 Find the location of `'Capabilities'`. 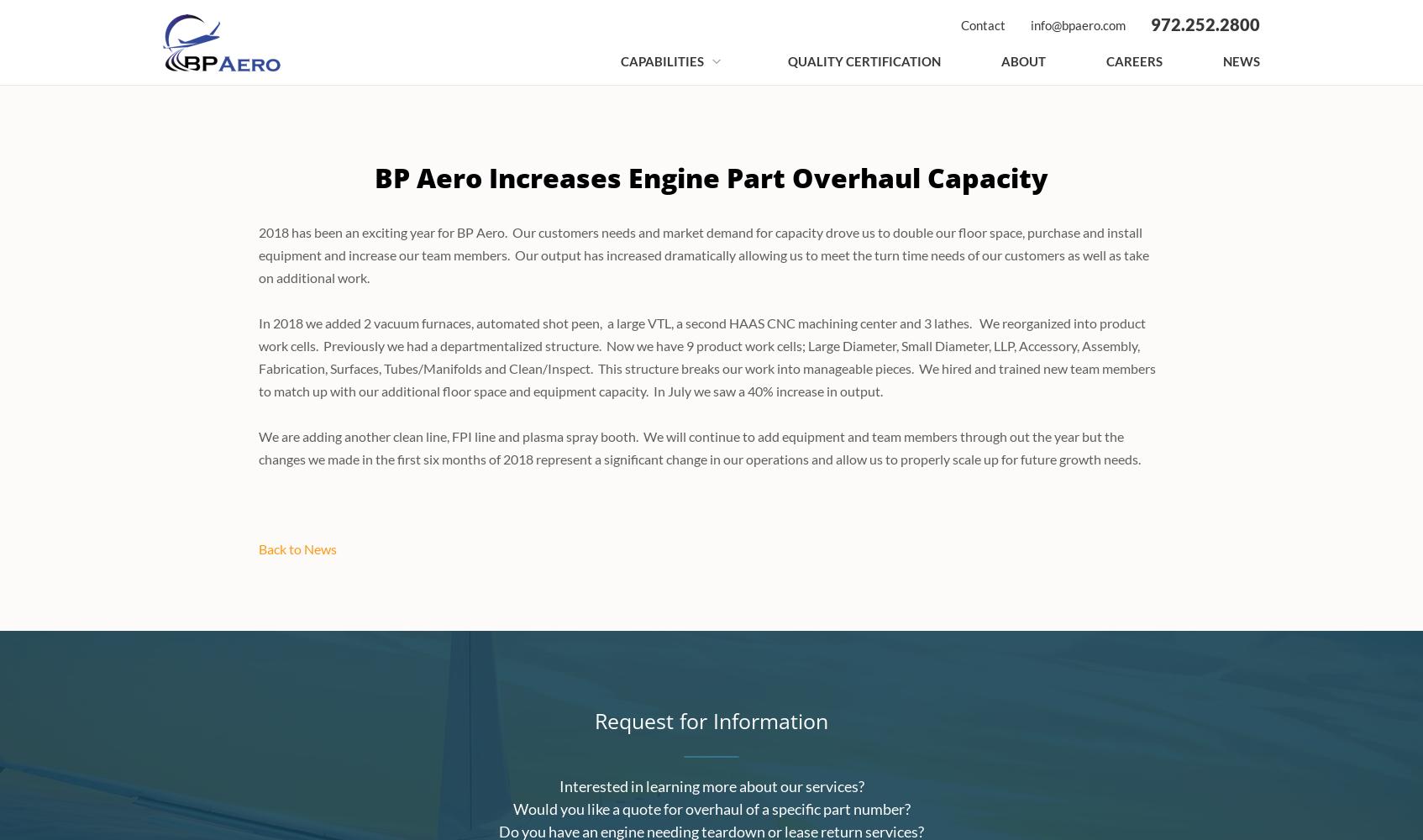

'Capabilities' is located at coordinates (662, 60).